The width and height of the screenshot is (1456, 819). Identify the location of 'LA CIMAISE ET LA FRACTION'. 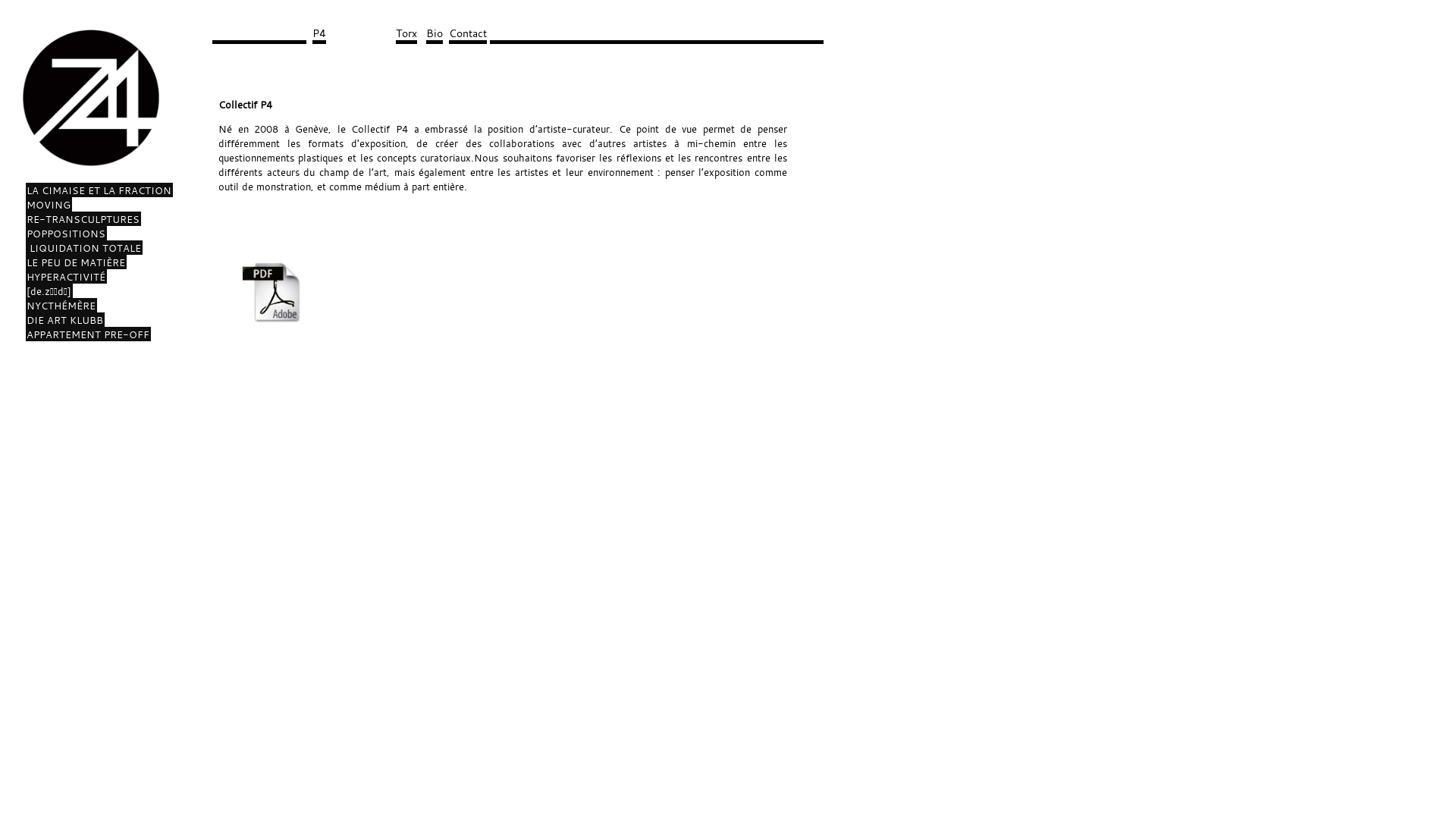
(25, 189).